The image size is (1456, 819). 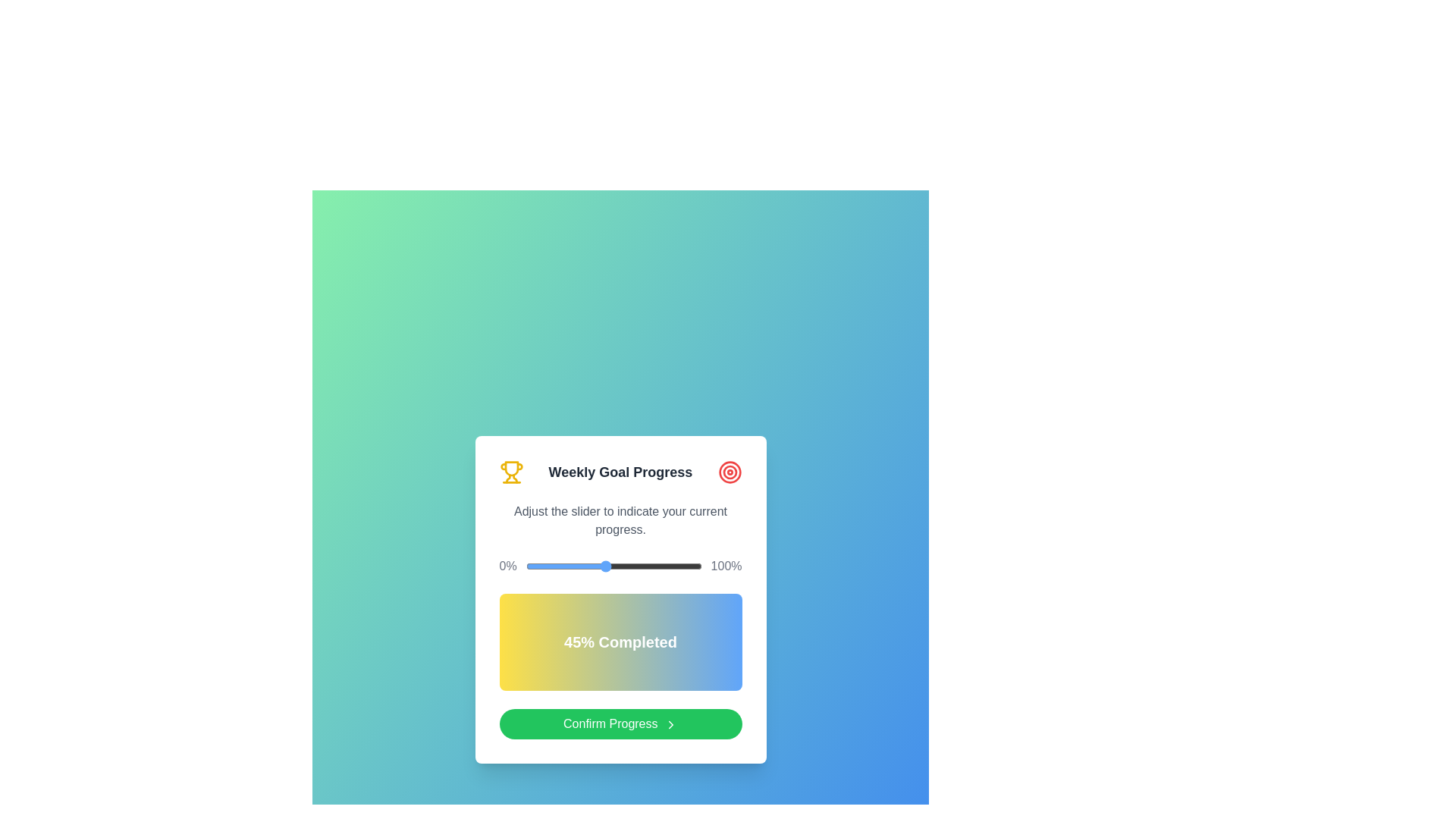 What do you see at coordinates (654, 566) in the screenshot?
I see `the progress value to 73% by dragging the slider` at bounding box center [654, 566].